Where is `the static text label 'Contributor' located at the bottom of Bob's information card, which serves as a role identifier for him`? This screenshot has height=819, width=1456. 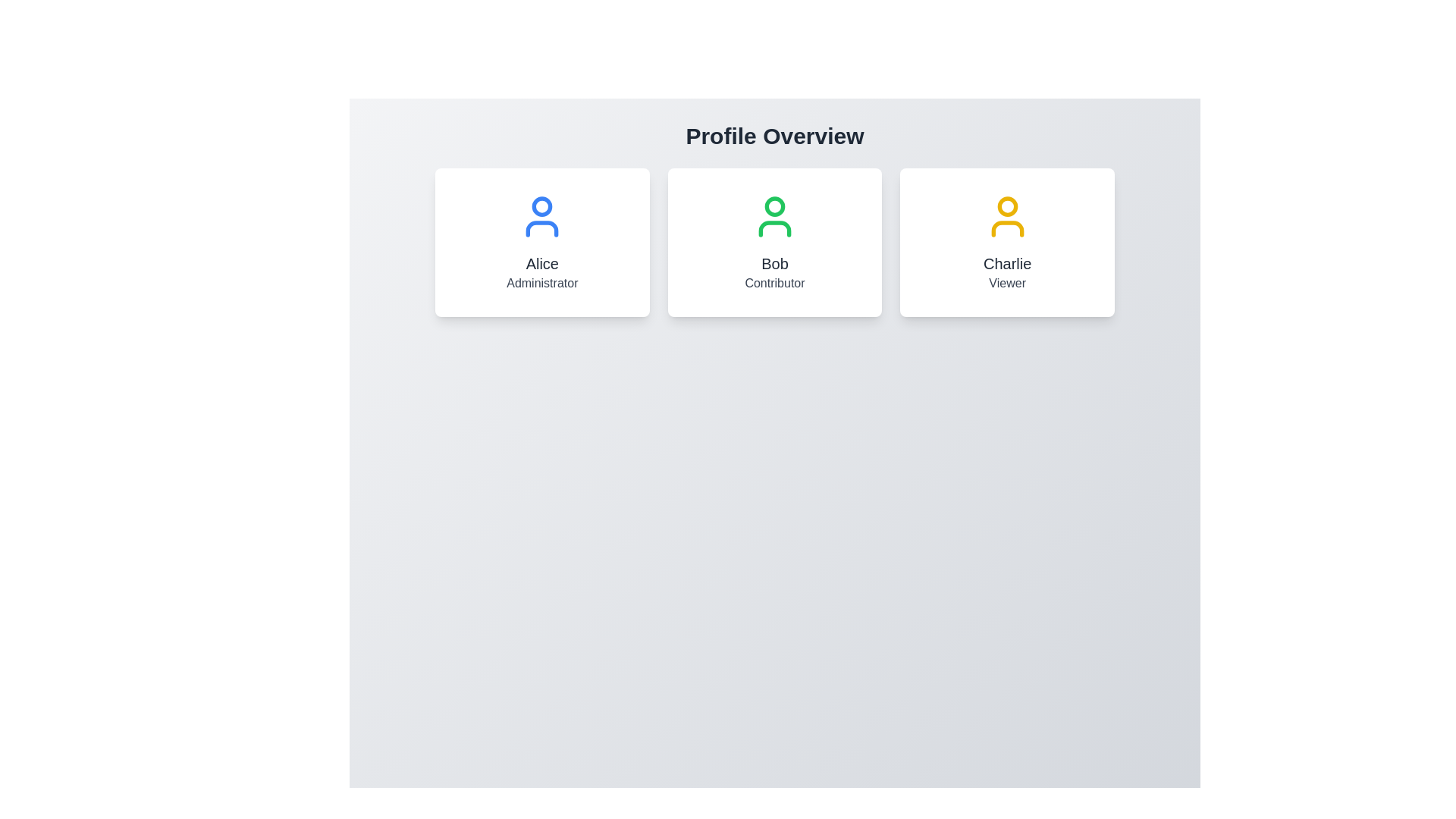 the static text label 'Contributor' located at the bottom of Bob's information card, which serves as a role identifier for him is located at coordinates (775, 284).